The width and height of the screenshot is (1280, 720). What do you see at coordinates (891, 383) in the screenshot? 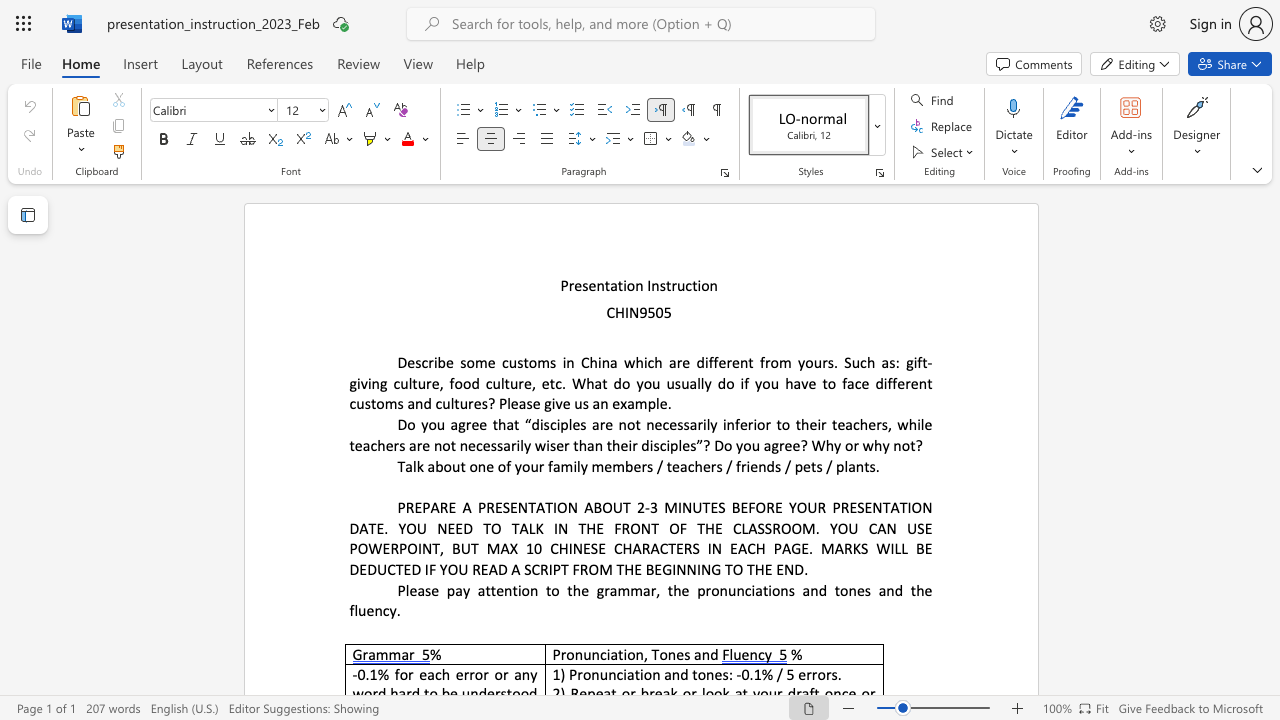
I see `the subset text "ferent cus" within the text "Describe some customs in China which are different from yours. Such as: gift-giving culture, food culture, etc. What do you usually do if you have to face different customs and"` at bounding box center [891, 383].